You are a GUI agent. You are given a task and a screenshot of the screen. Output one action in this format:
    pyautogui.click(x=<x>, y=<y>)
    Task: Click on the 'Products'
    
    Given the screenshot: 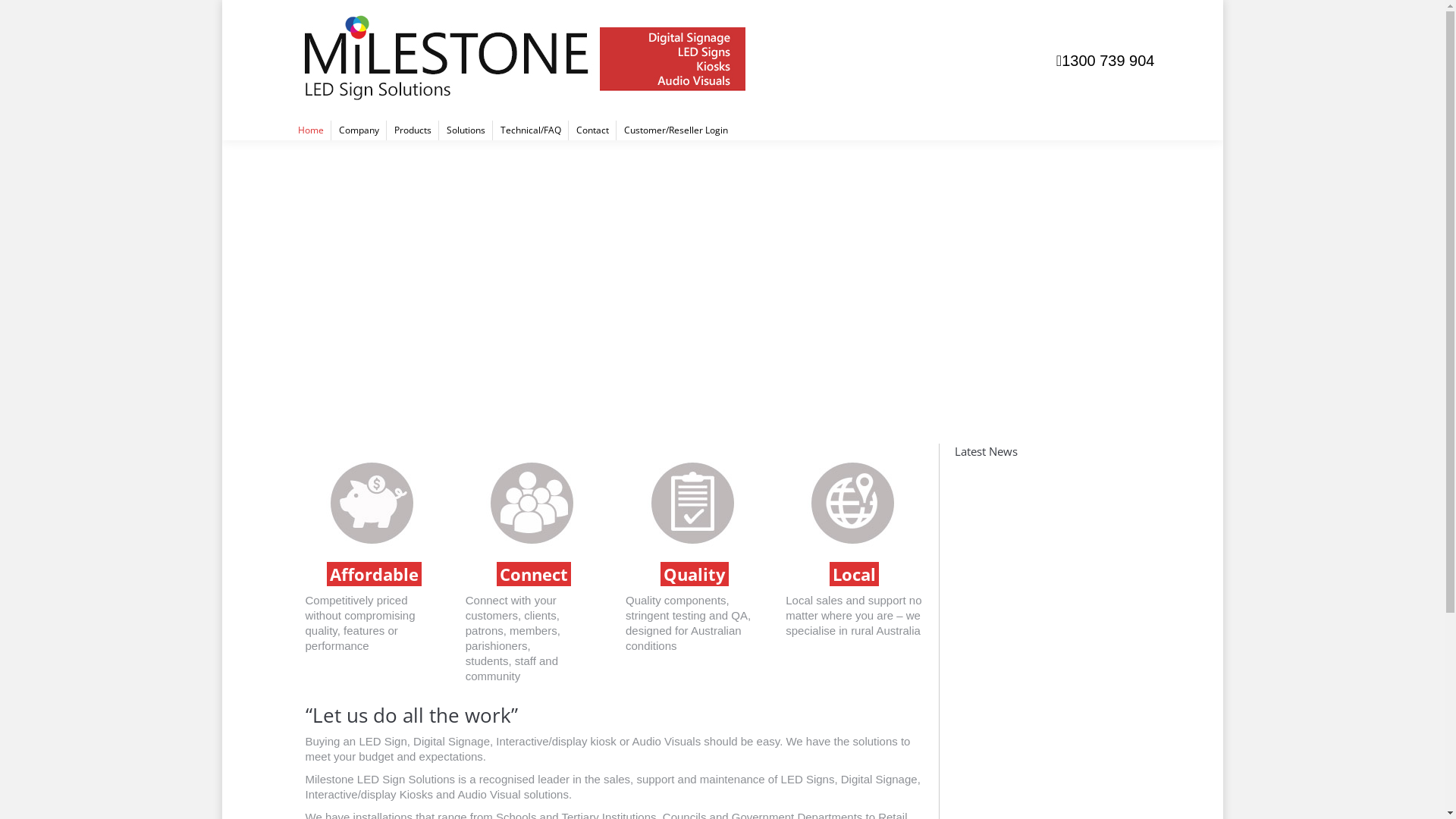 What is the action you would take?
    pyautogui.click(x=413, y=130)
    